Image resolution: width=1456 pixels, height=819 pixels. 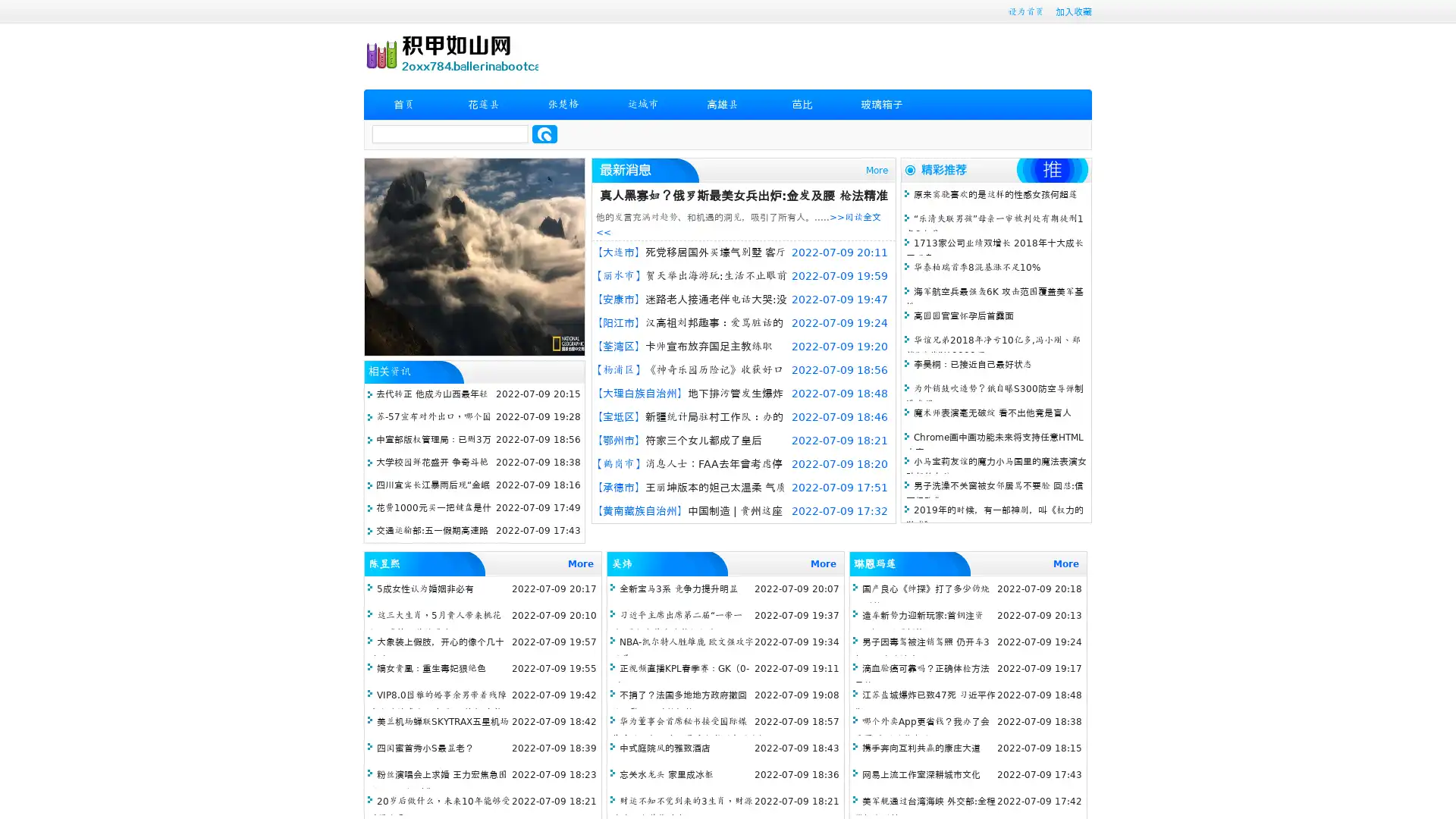 What do you see at coordinates (544, 133) in the screenshot?
I see `Search` at bounding box center [544, 133].